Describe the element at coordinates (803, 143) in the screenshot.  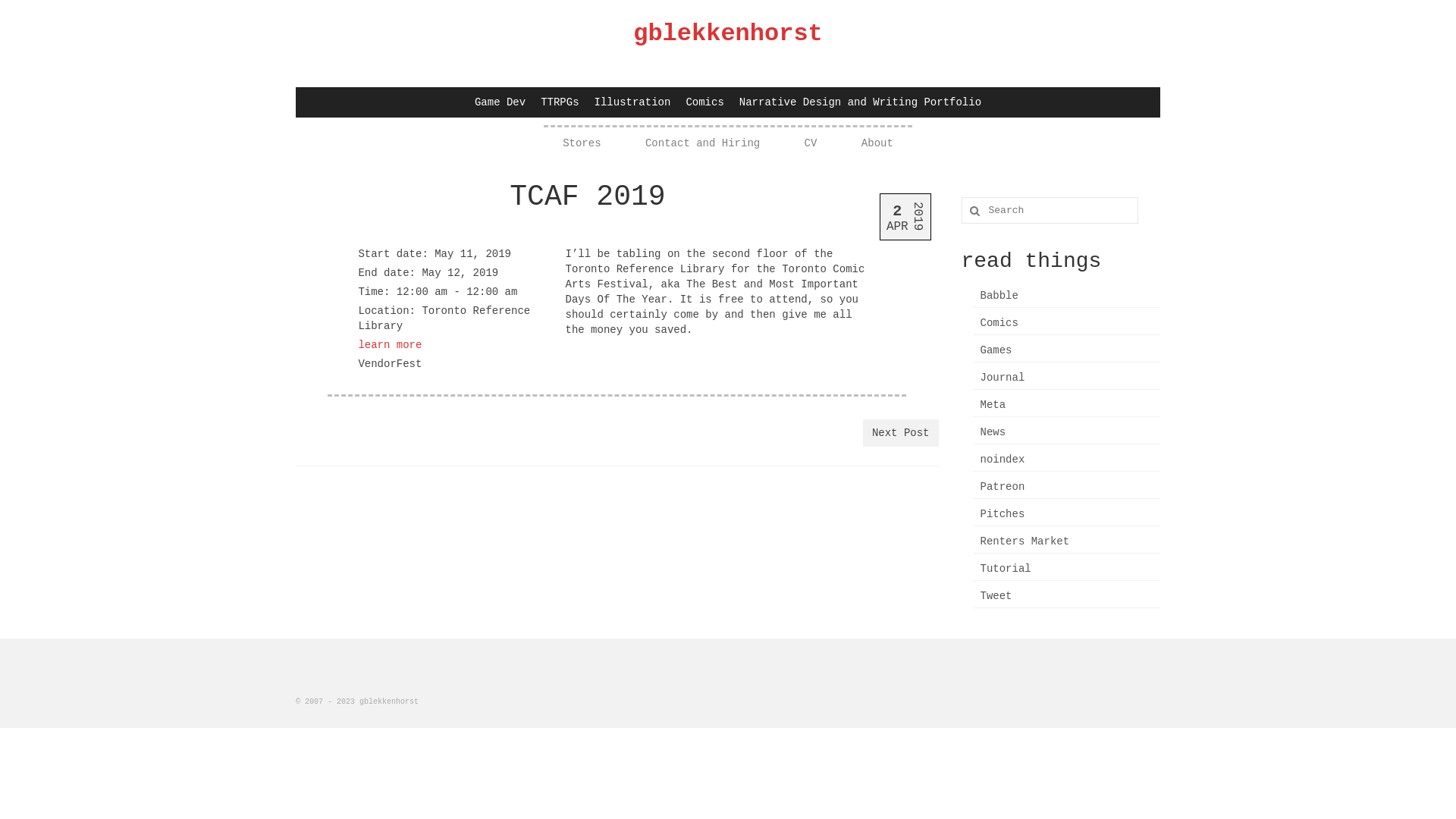
I see `'CV'` at that location.